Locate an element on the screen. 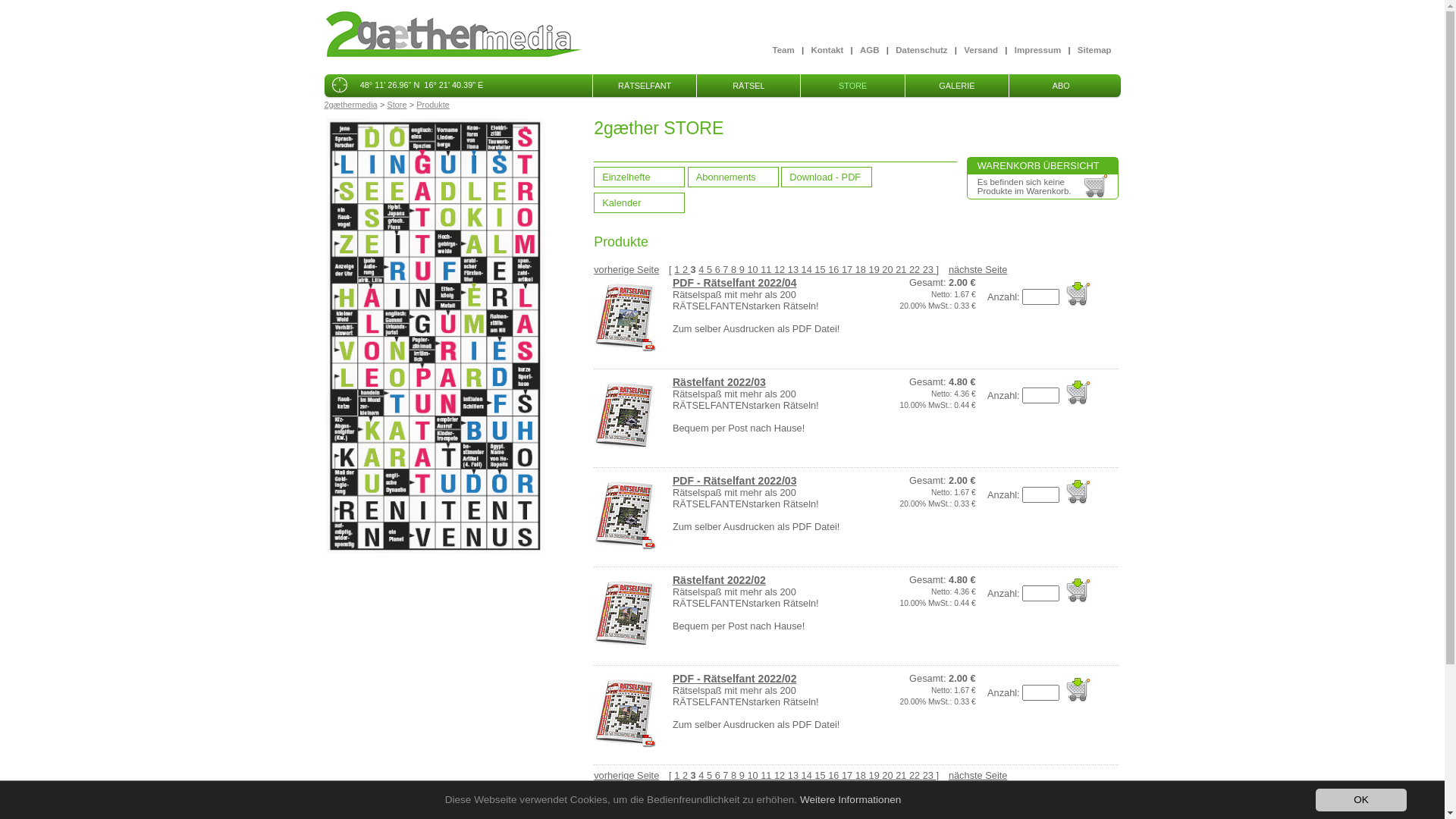  'GALERIE' is located at coordinates (956, 85).